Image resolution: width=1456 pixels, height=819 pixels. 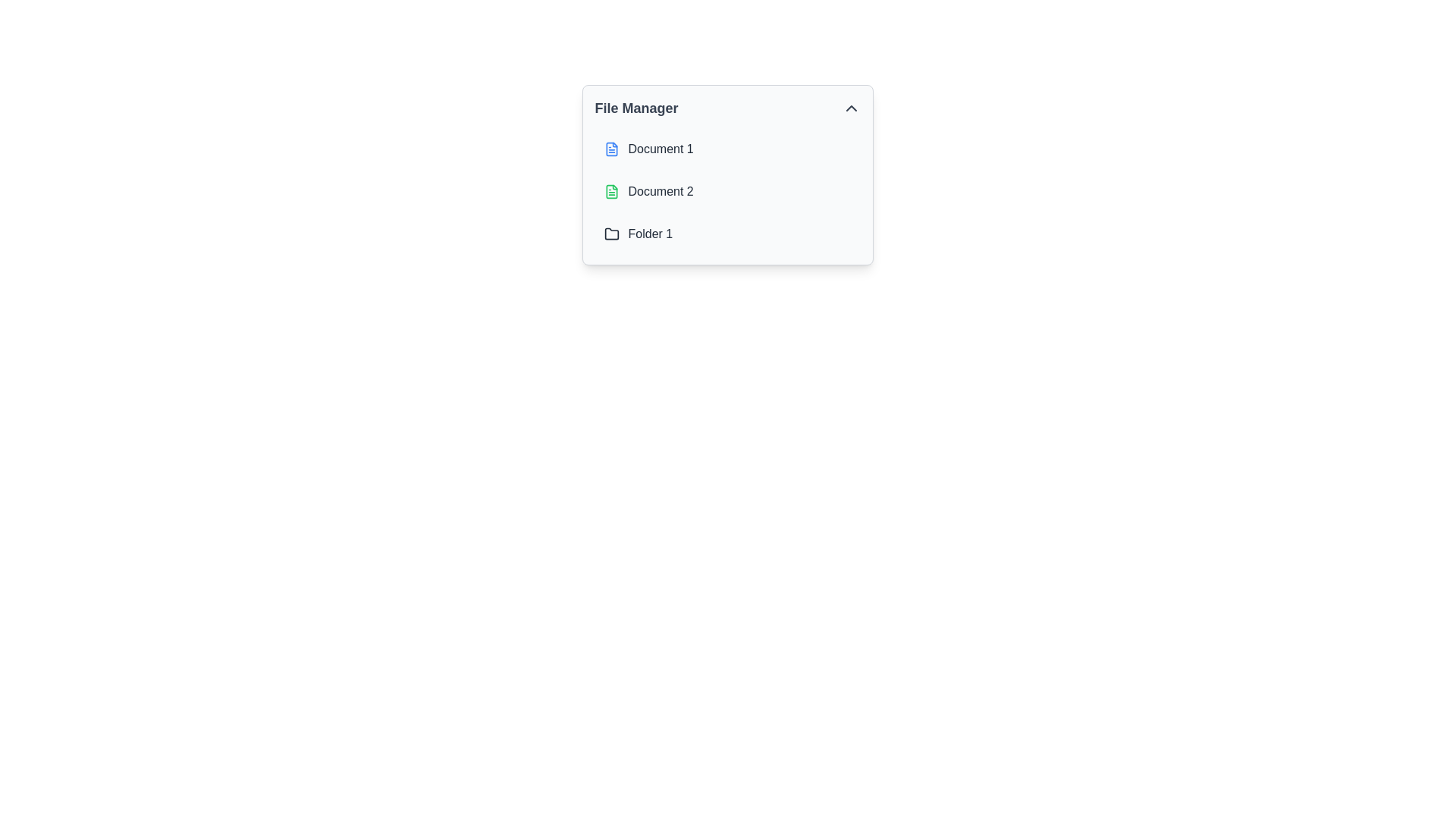 I want to click on the chevron icon located at the far right of the header bar containing 'File Manager', so click(x=851, y=107).